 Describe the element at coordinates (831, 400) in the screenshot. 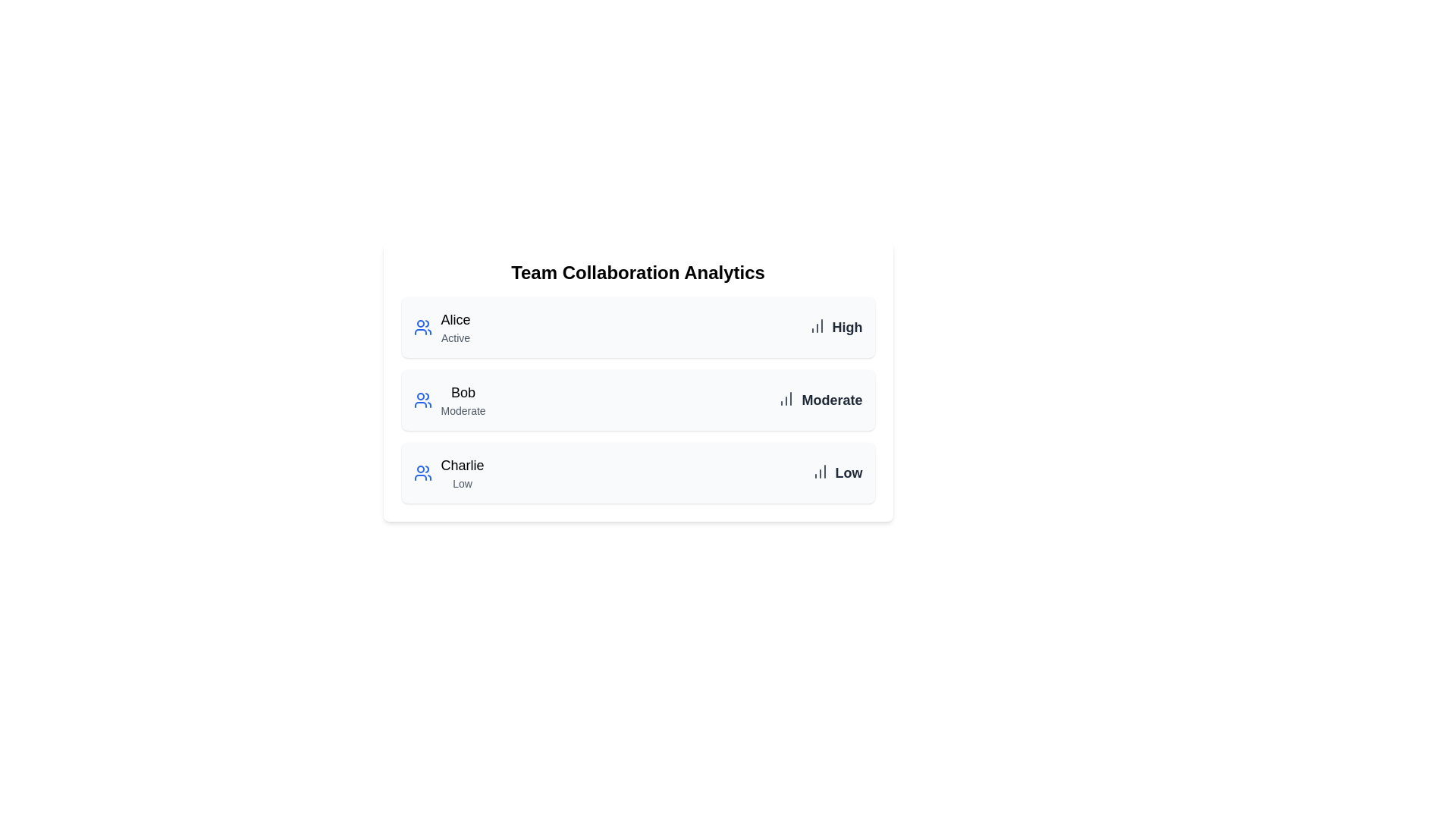

I see `the task count text for Bob` at that location.